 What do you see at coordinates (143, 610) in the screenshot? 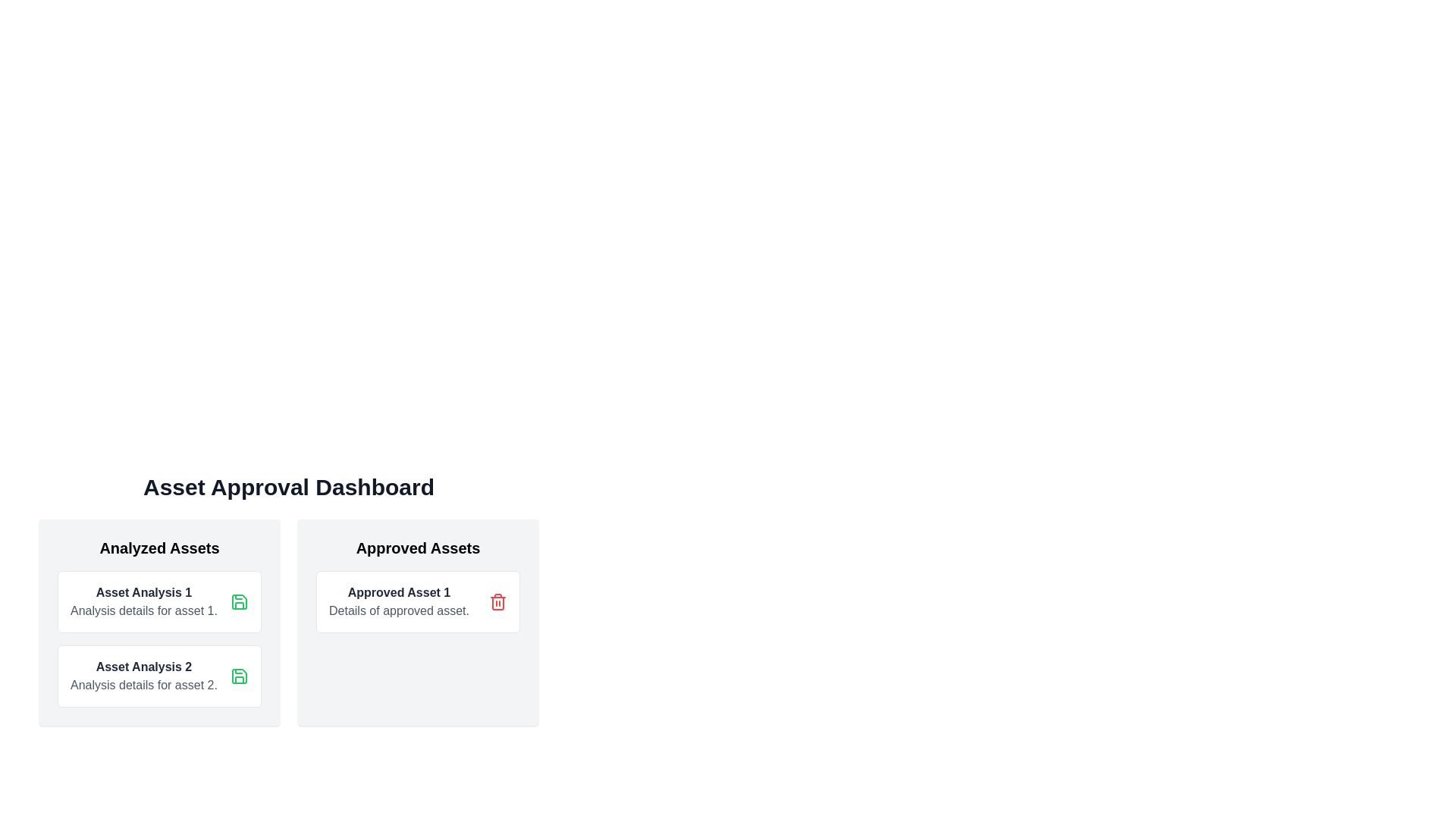
I see `the text label that reads 'Analysis details for asset 1', styled in gray, located under the bold heading 'Asset Analysis 1' in the 'Analyzed Assets' section` at bounding box center [143, 610].